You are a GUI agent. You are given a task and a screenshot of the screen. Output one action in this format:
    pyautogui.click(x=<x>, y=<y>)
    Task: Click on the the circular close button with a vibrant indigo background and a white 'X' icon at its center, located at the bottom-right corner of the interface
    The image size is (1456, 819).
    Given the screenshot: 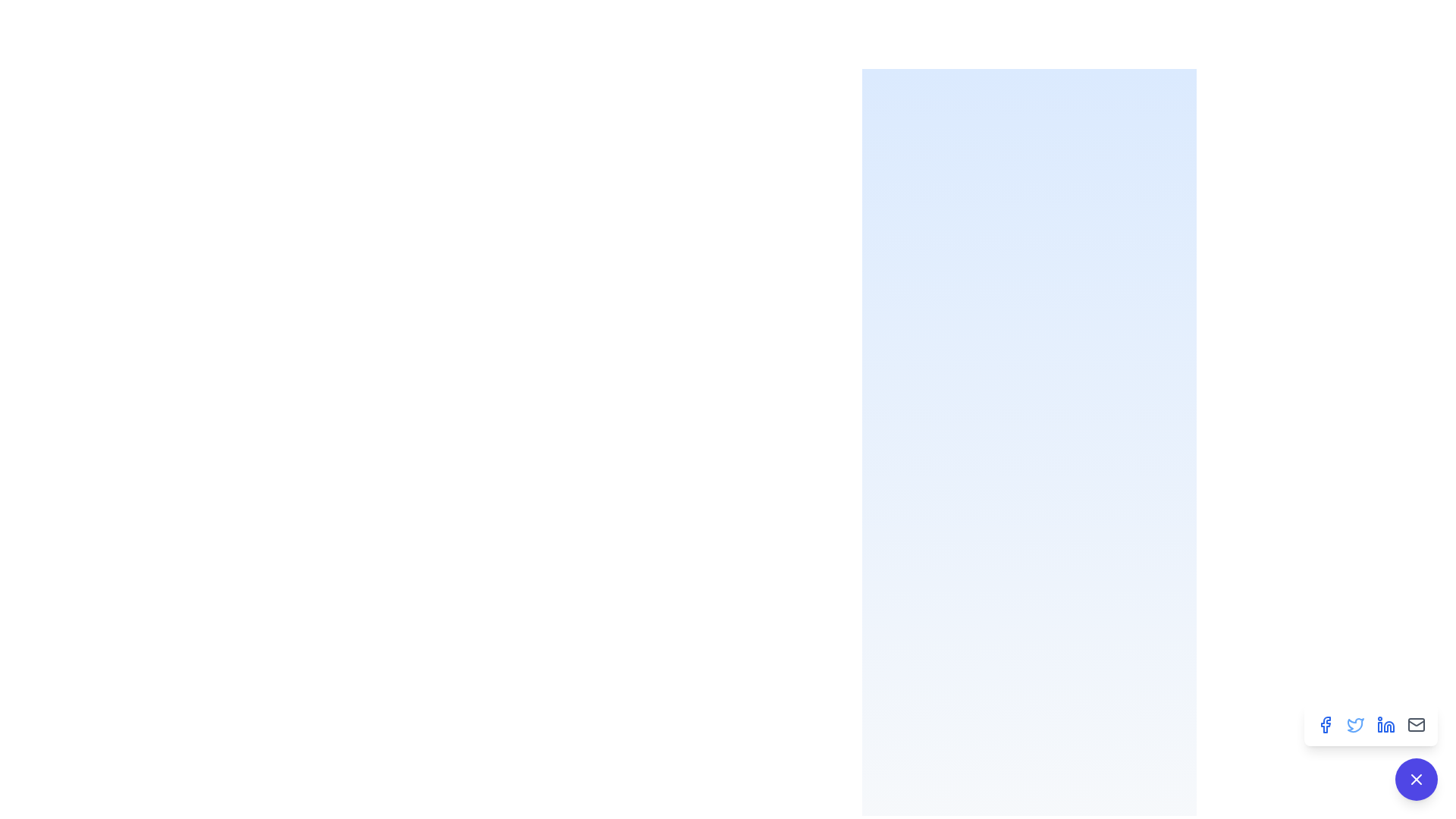 What is the action you would take?
    pyautogui.click(x=1415, y=780)
    